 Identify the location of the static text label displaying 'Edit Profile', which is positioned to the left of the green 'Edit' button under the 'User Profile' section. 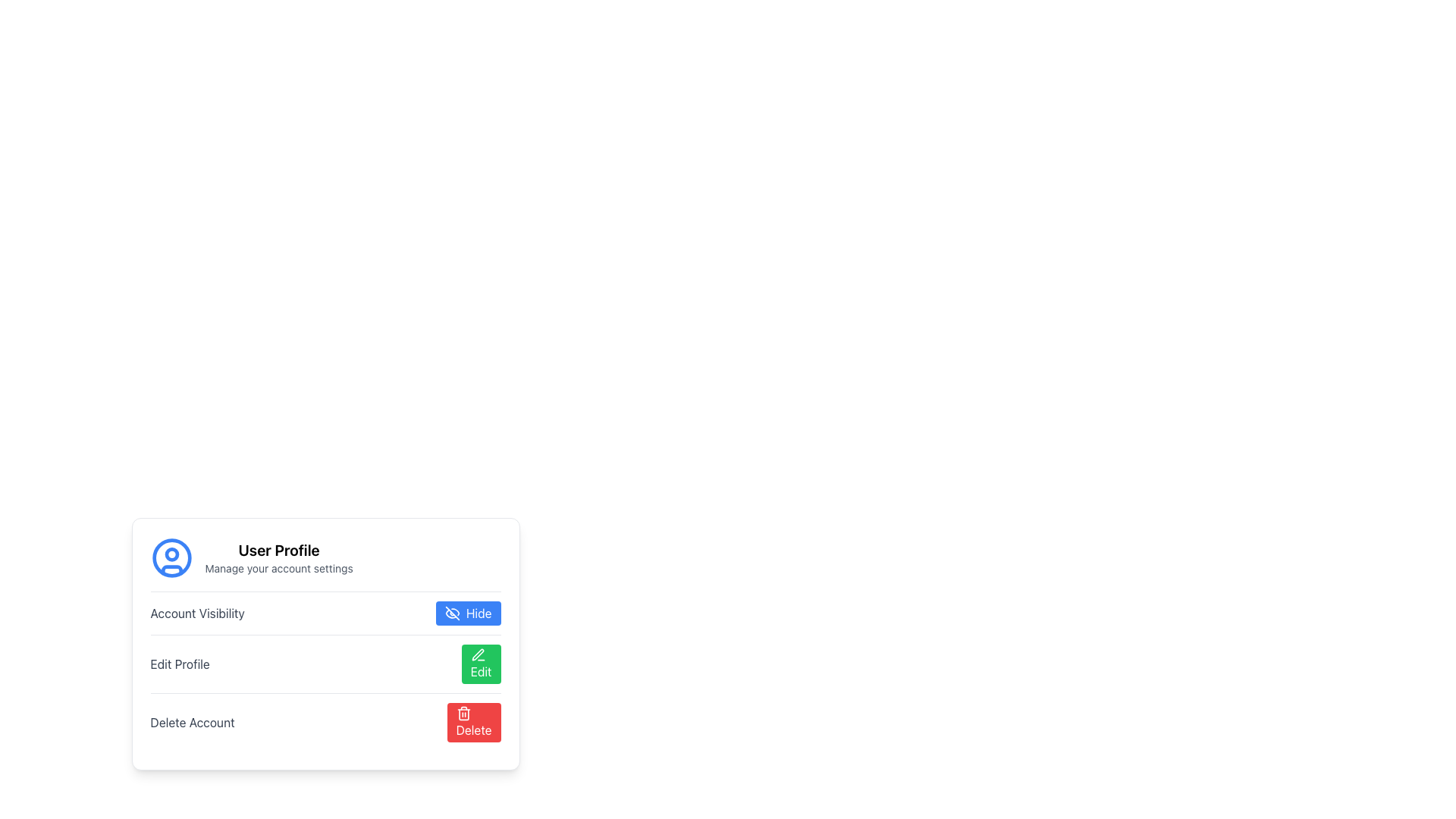
(180, 663).